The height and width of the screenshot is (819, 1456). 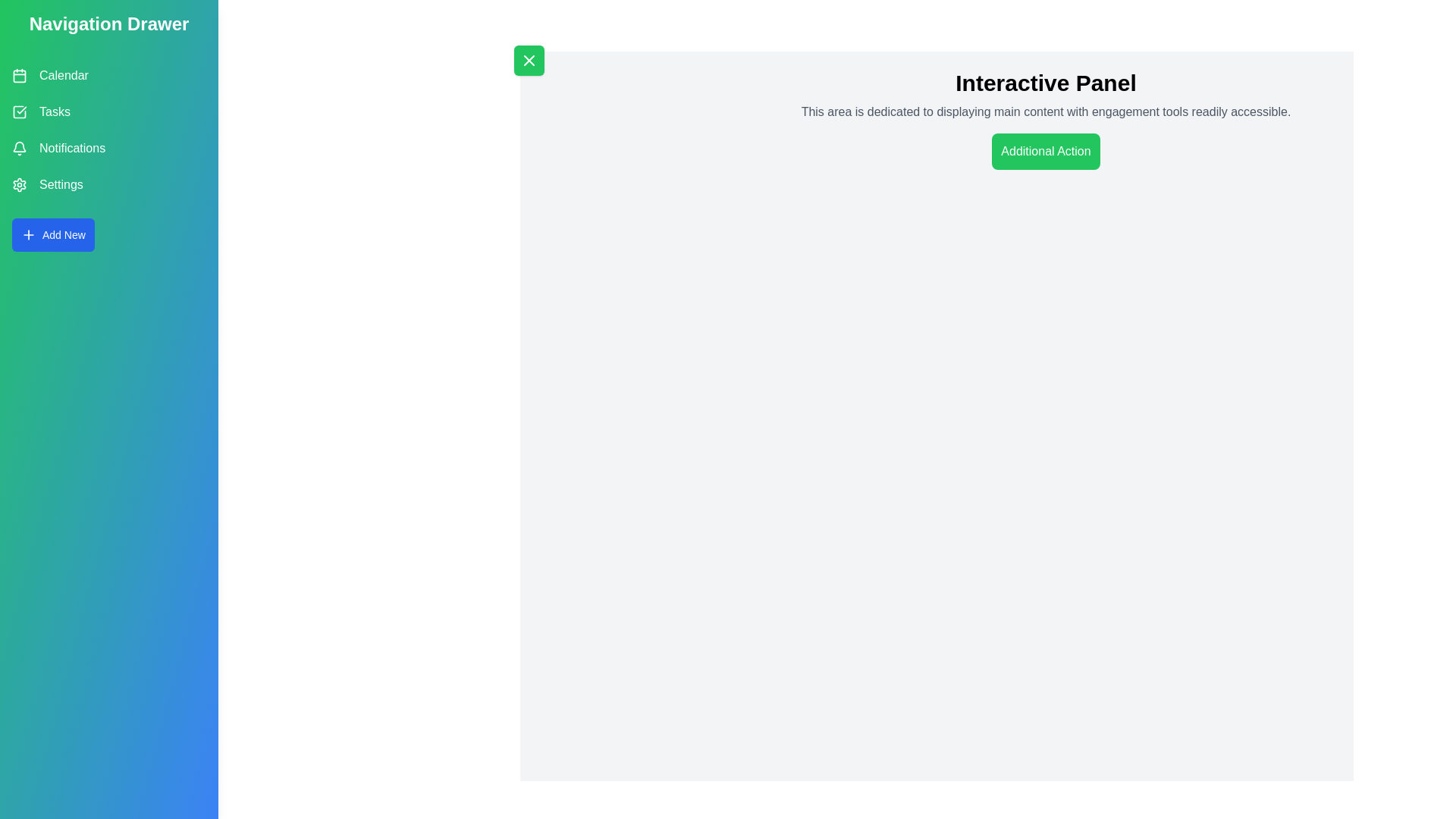 I want to click on the Close Icon, which is a diagonal cross (X) located inside a green circular button in the top-right corner of the interface, so click(x=529, y=60).